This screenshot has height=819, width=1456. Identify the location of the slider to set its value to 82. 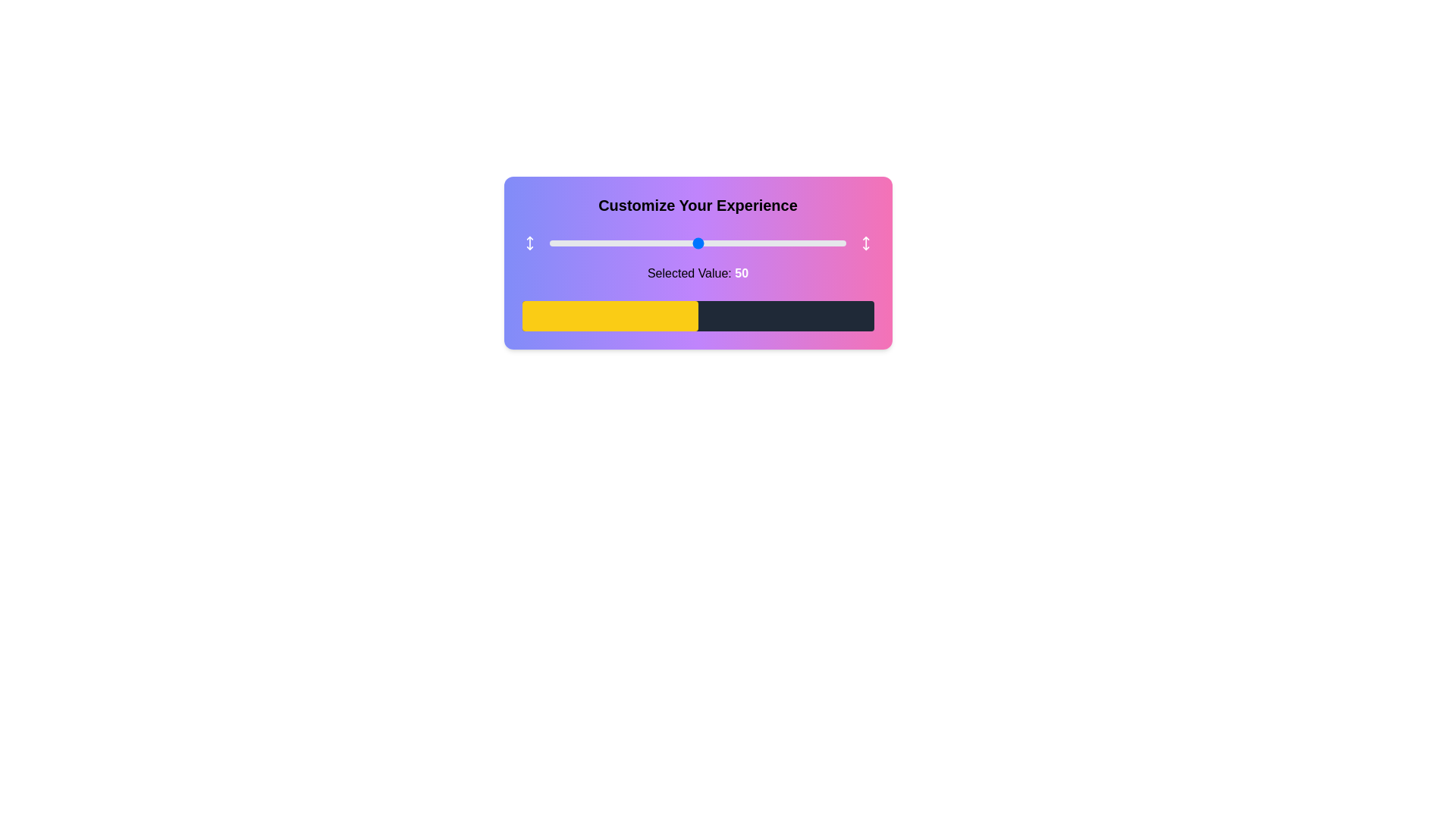
(792, 242).